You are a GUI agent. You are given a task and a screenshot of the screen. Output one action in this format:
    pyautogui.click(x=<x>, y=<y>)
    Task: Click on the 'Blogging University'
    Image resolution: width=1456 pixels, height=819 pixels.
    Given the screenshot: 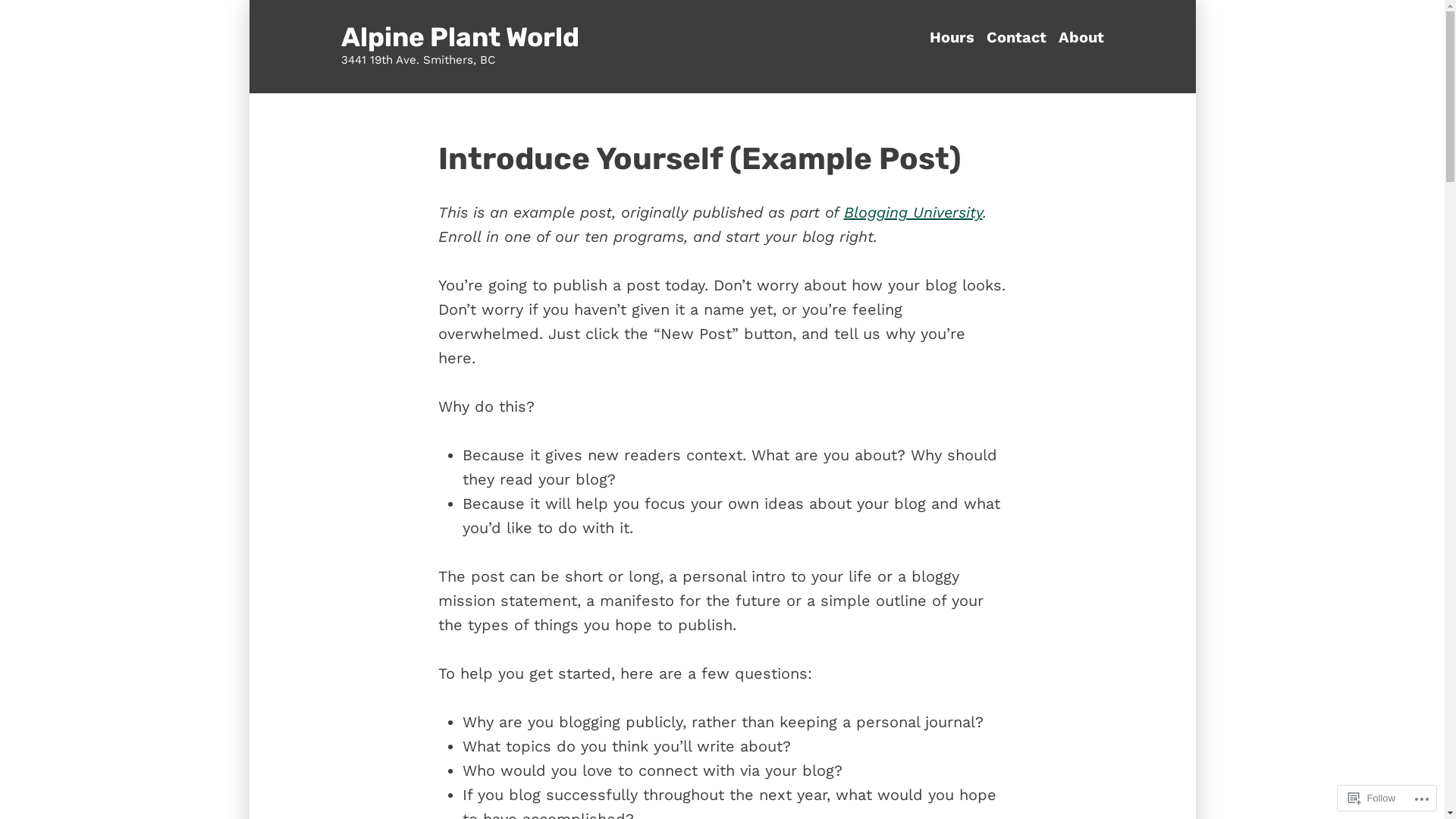 What is the action you would take?
    pyautogui.click(x=912, y=212)
    